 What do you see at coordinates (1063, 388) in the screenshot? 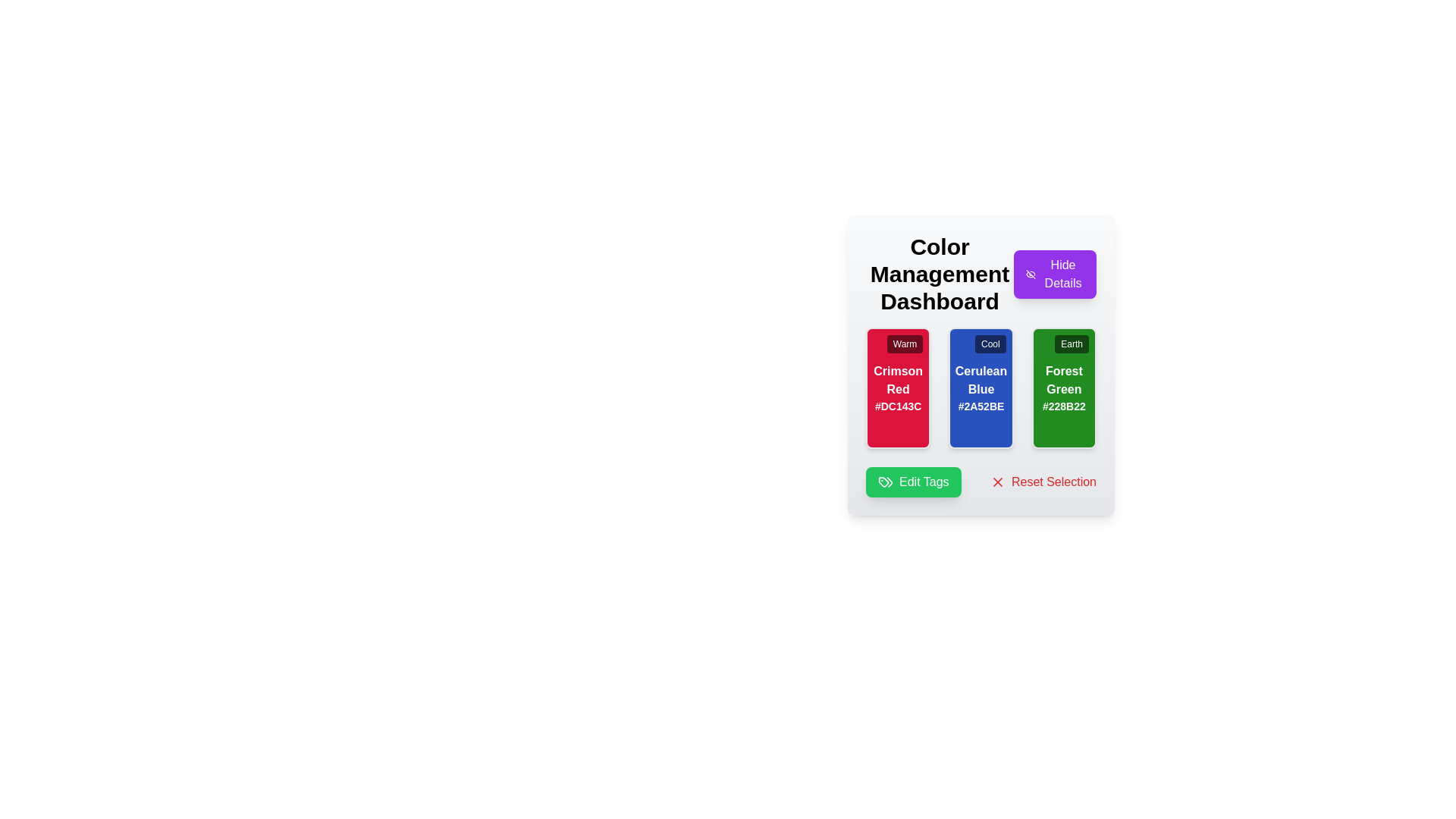
I see `A color swatch component representing 'Forest Green' with the hexadecimal code '#228B22', located in the third column of the grid layout` at bounding box center [1063, 388].